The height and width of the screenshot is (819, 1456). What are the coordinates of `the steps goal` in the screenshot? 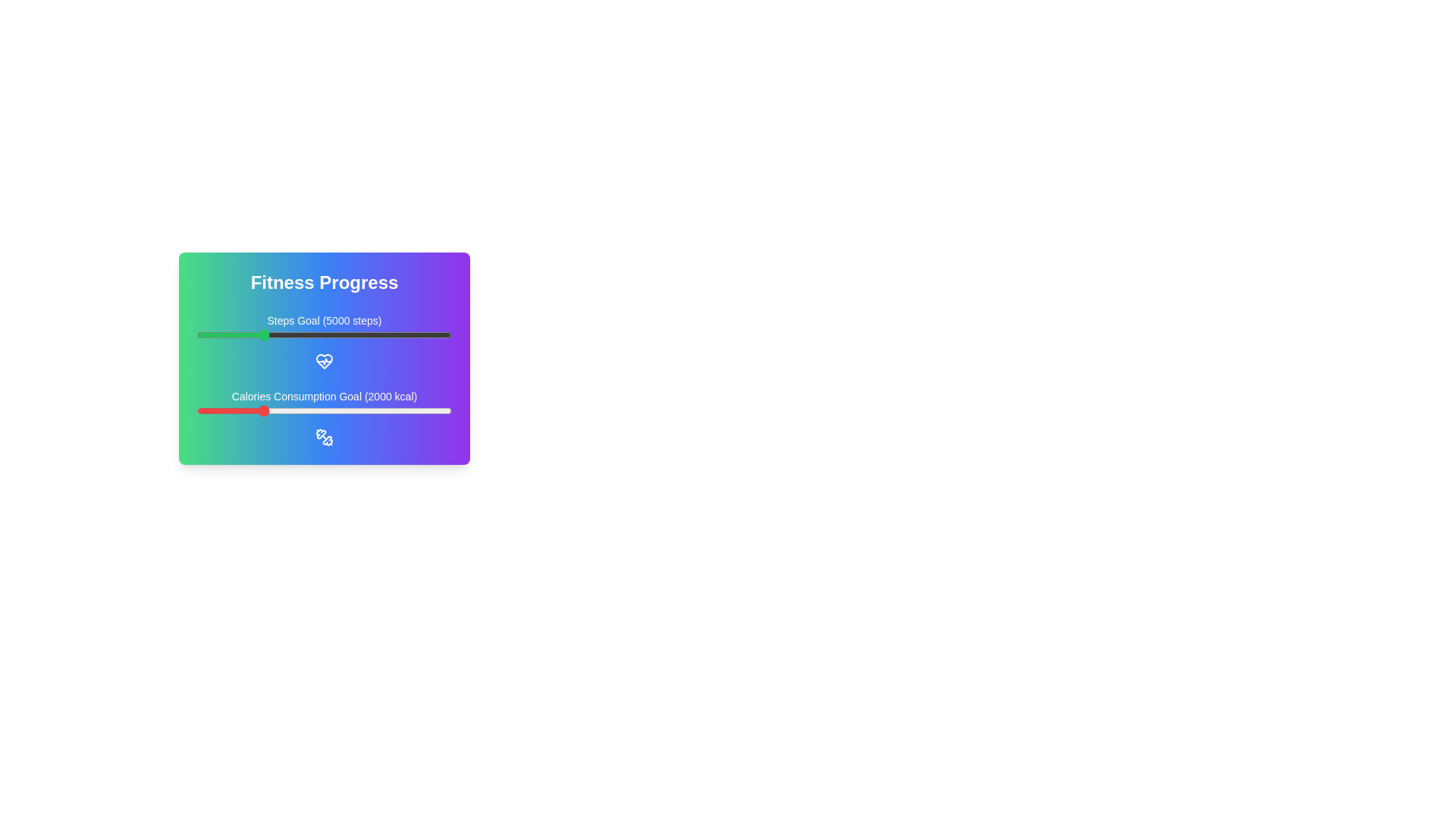 It's located at (281, 334).